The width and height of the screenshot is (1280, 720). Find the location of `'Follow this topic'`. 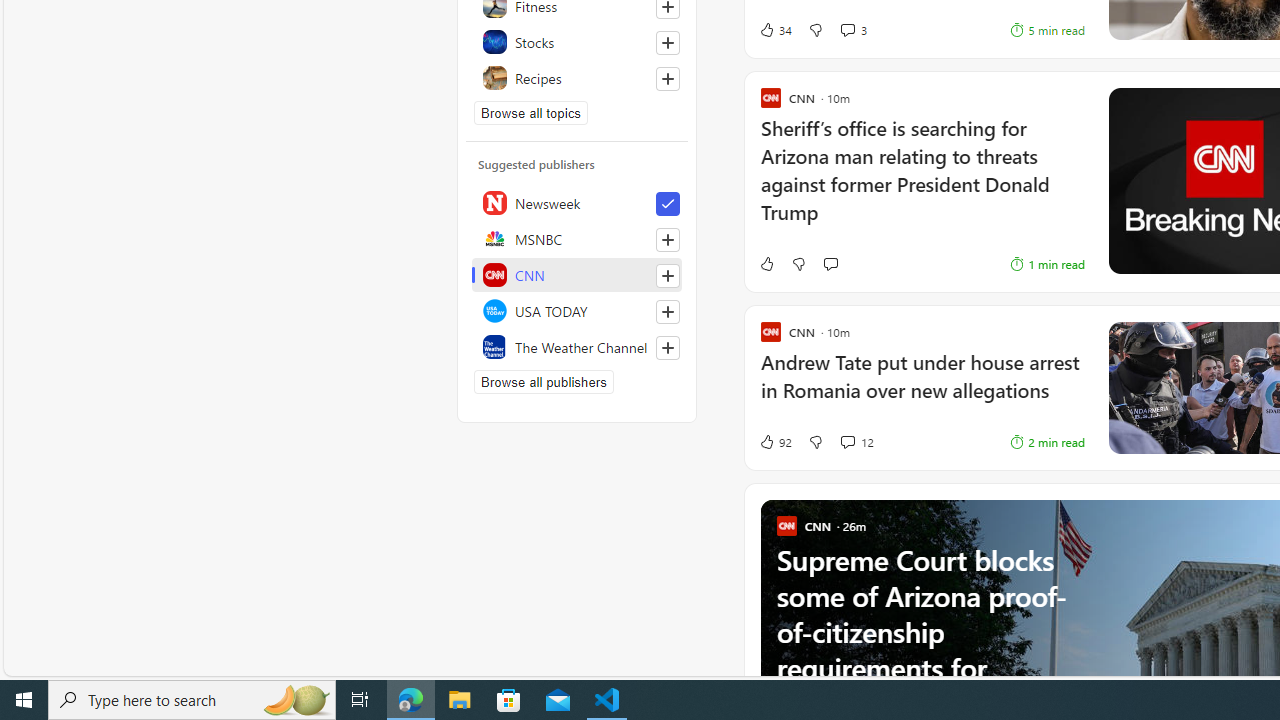

'Follow this topic' is located at coordinates (667, 77).